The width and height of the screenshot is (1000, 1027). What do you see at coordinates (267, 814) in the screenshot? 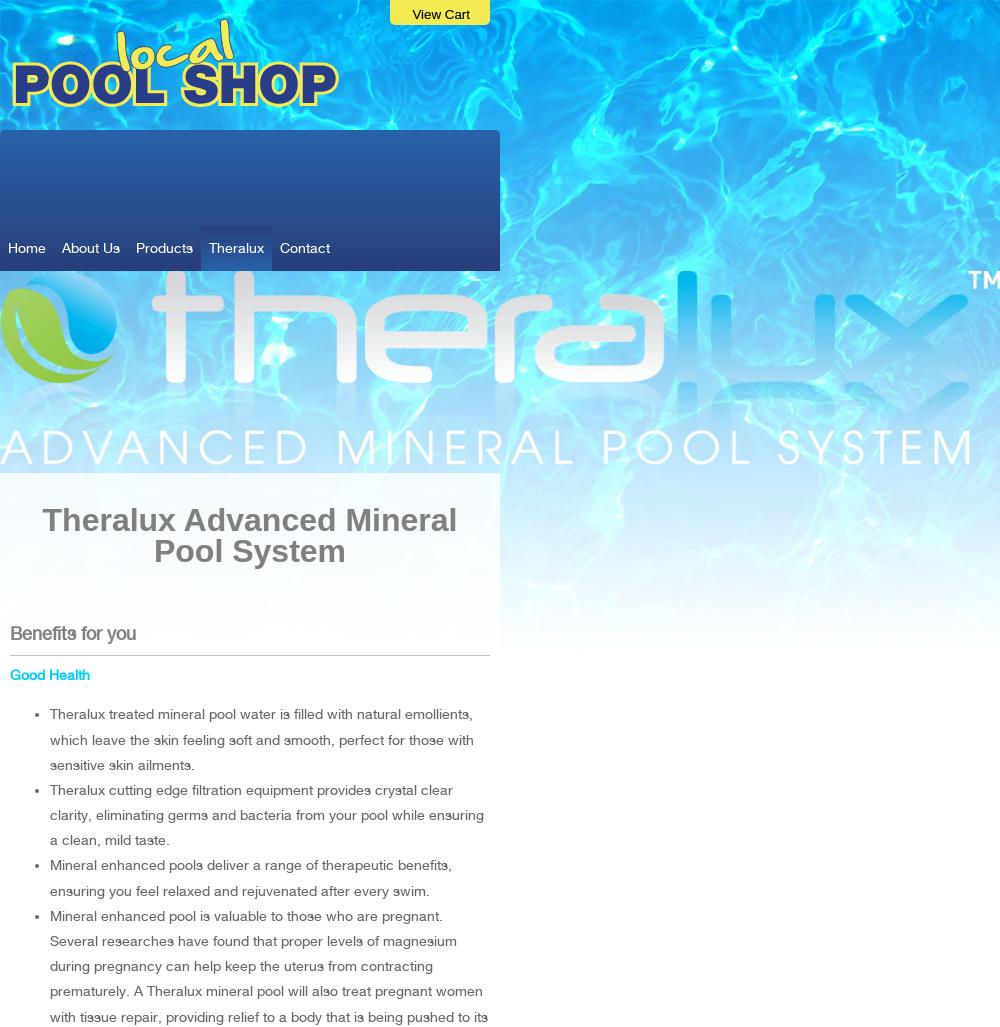
I see `'Theralux cutting edge filtration equipment provides crystal clear clarity, eliminating germs and bacteria from your pool while ensuring a clean, mild taste.'` at bounding box center [267, 814].